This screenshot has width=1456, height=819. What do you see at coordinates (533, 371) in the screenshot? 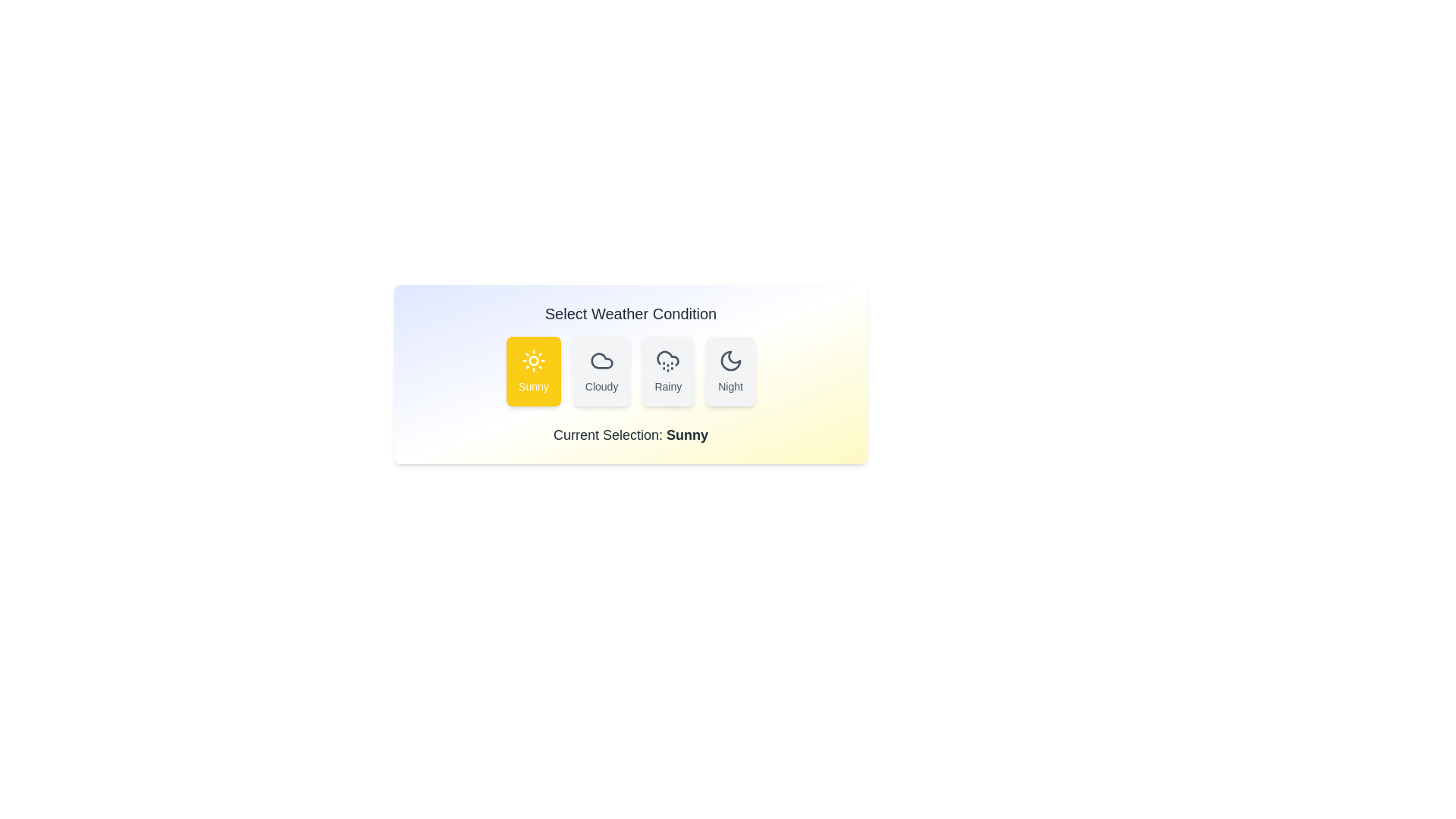
I see `the weather button Sunny to observe its hover effect` at bounding box center [533, 371].